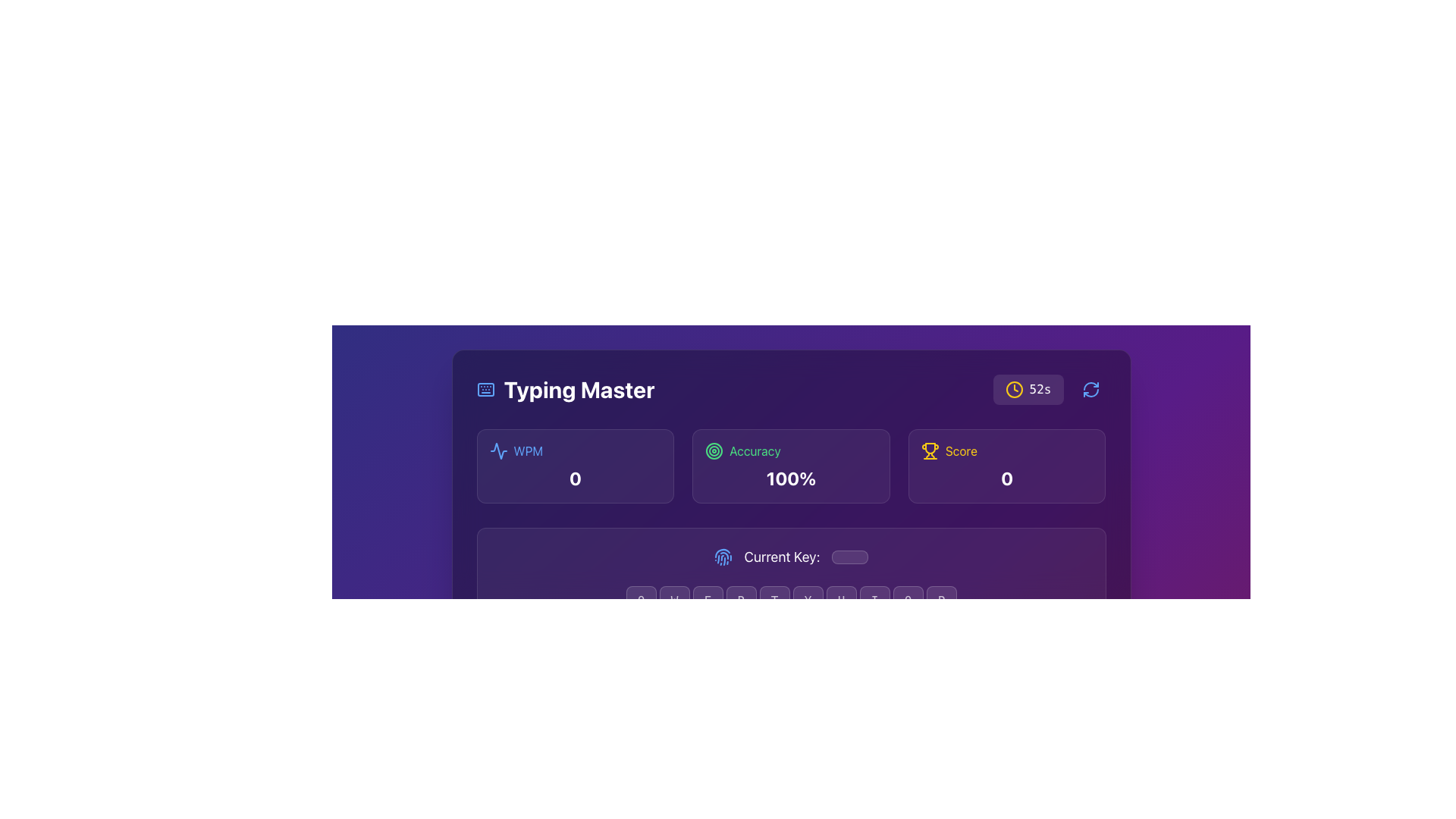 The height and width of the screenshot is (819, 1456). Describe the element at coordinates (485, 388) in the screenshot. I see `the 'Typing Master' icon, which is positioned to the left of the title 'Typing Master' in the application interface` at that location.